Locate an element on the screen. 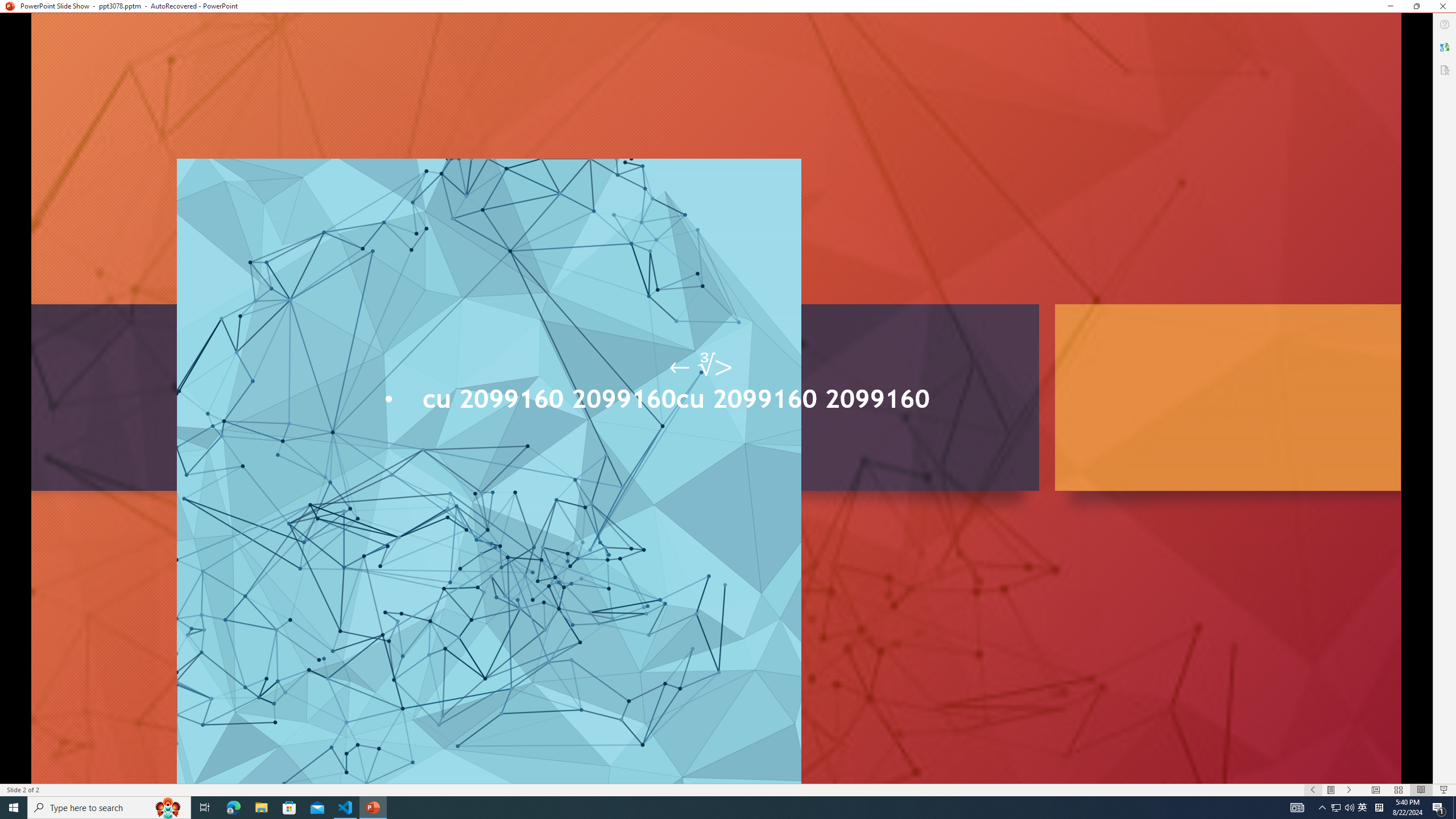 This screenshot has height=819, width=1456. 'Slide Show Previous On' is located at coordinates (1313, 790).